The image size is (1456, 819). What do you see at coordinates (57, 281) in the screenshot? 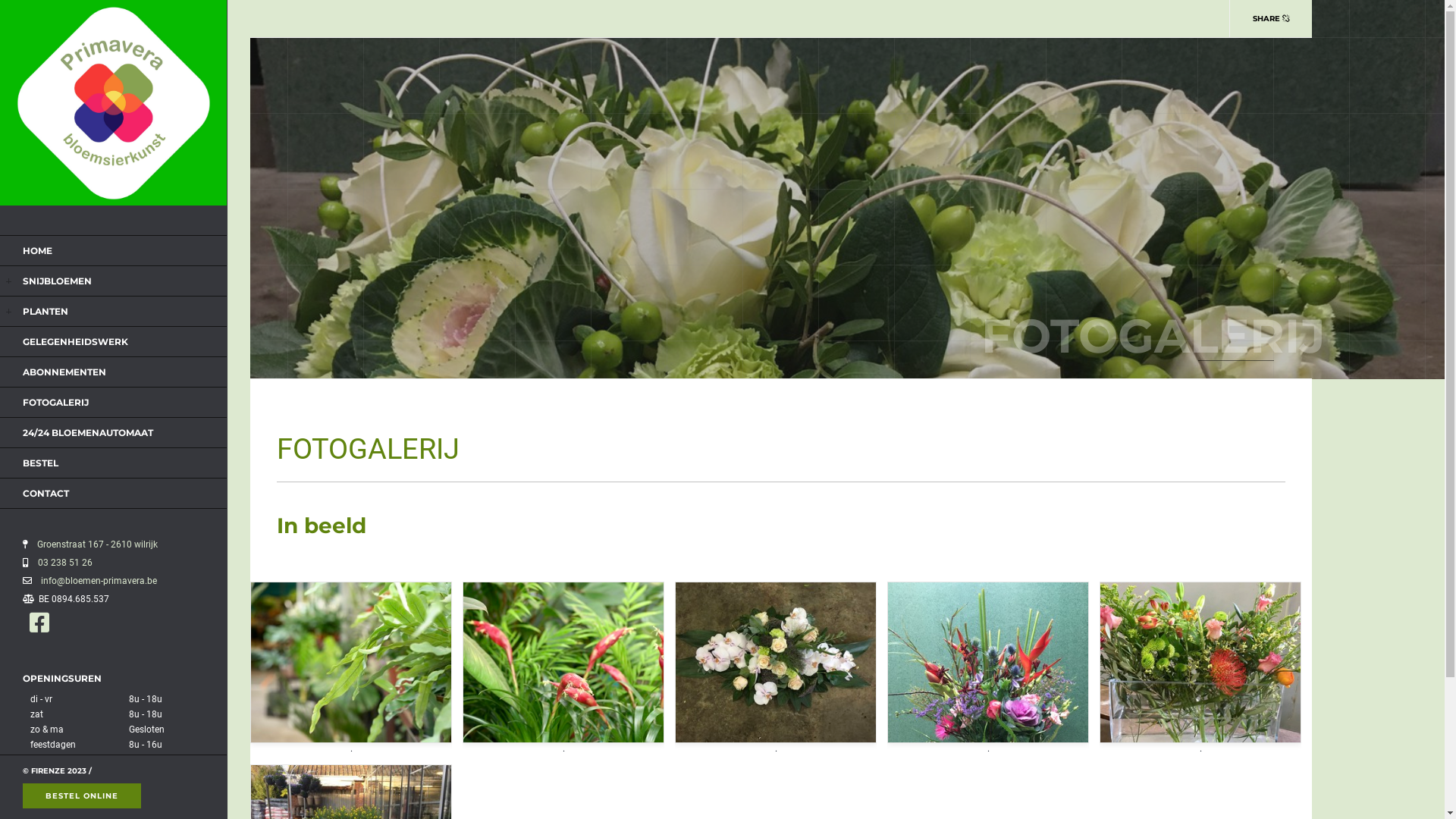
I see `'SNIJBLOEMEN'` at bounding box center [57, 281].